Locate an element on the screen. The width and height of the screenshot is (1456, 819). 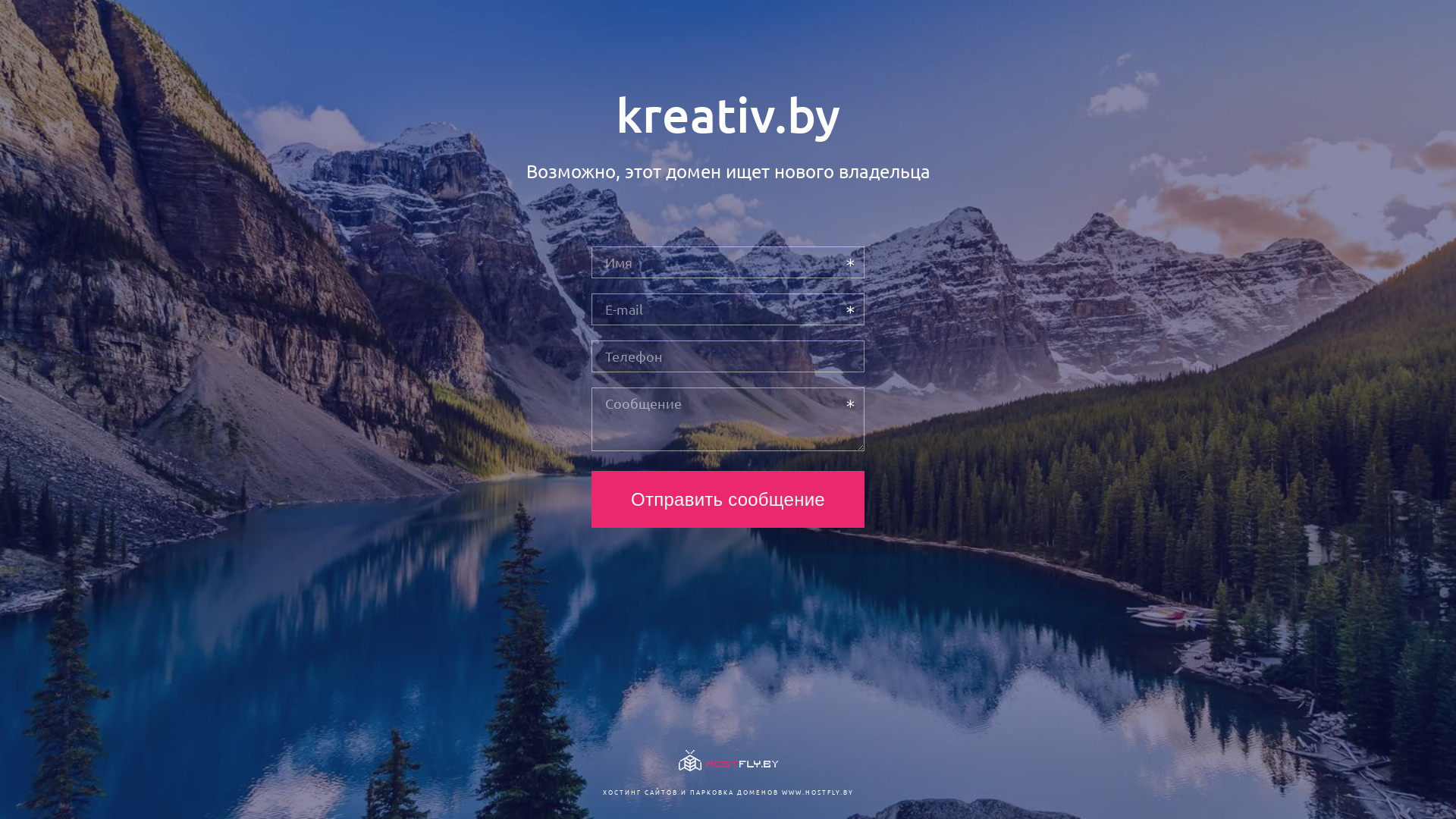
'WWW.HOSTFLY.BY' is located at coordinates (781, 791).